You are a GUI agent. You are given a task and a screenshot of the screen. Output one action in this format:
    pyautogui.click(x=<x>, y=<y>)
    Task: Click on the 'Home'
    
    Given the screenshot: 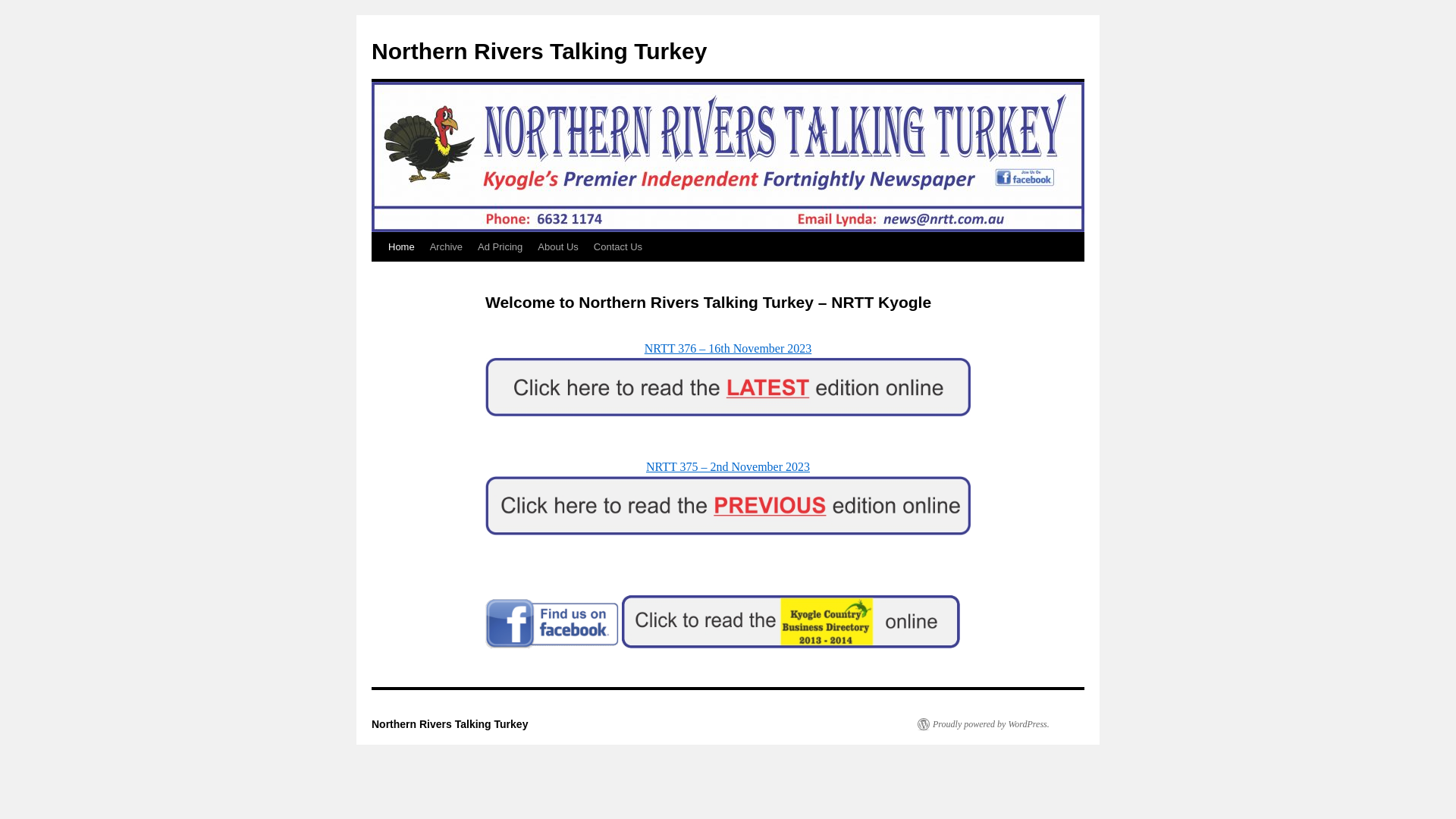 What is the action you would take?
    pyautogui.click(x=401, y=246)
    